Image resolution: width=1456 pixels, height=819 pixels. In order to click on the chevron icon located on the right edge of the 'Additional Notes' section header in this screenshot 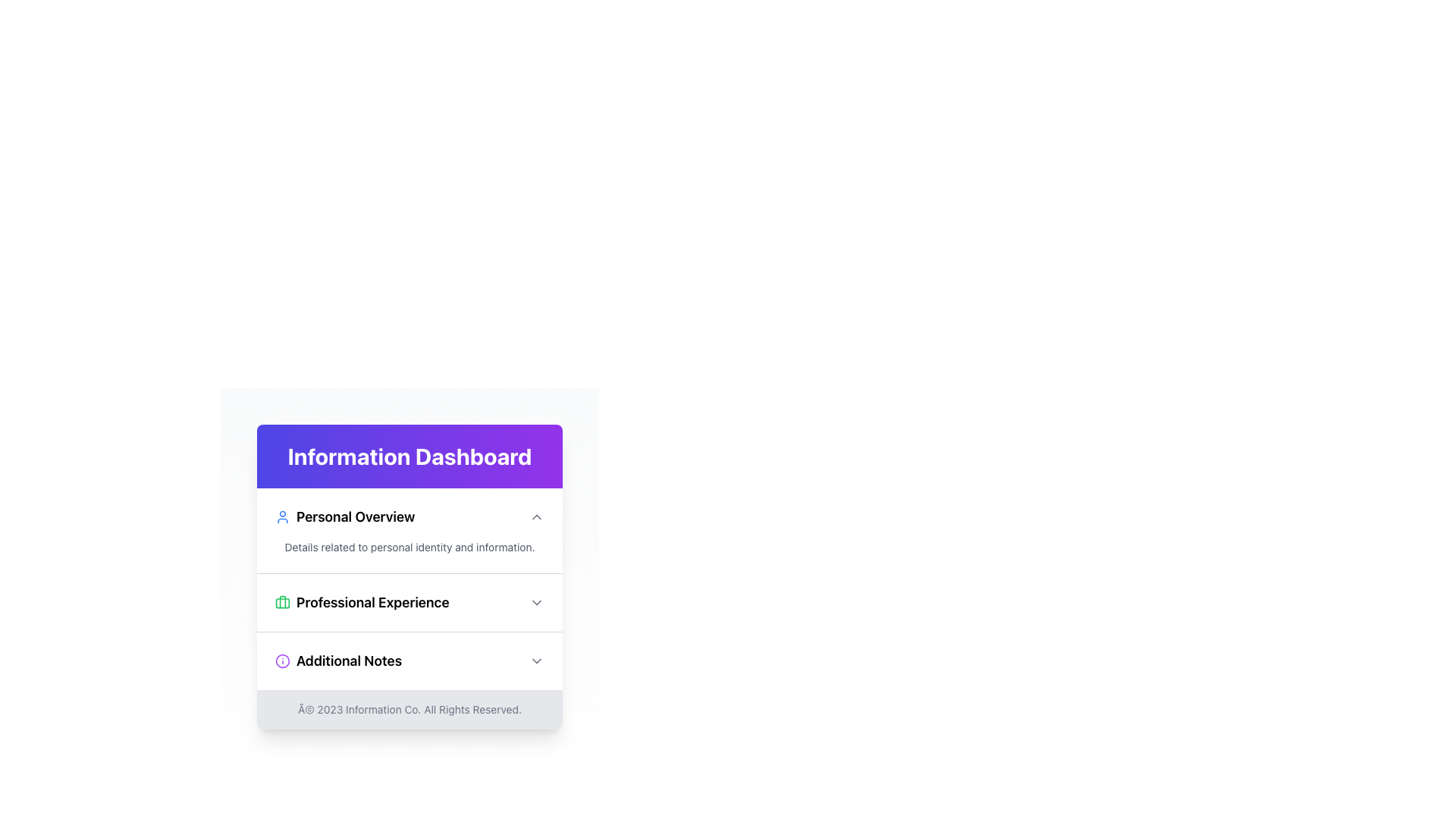, I will do `click(537, 660)`.